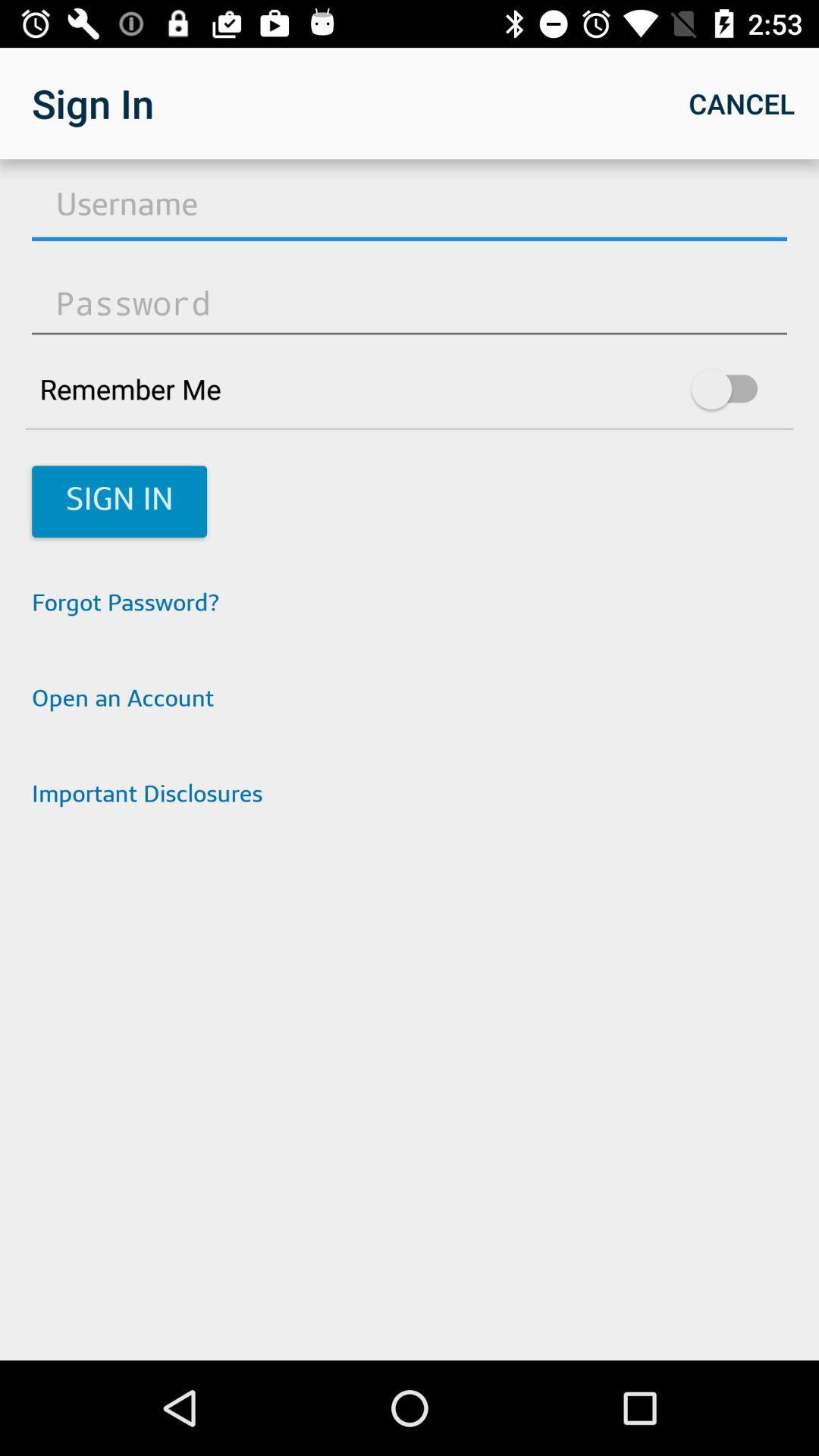 The width and height of the screenshot is (819, 1456). I want to click on the item above open an account, so click(409, 604).